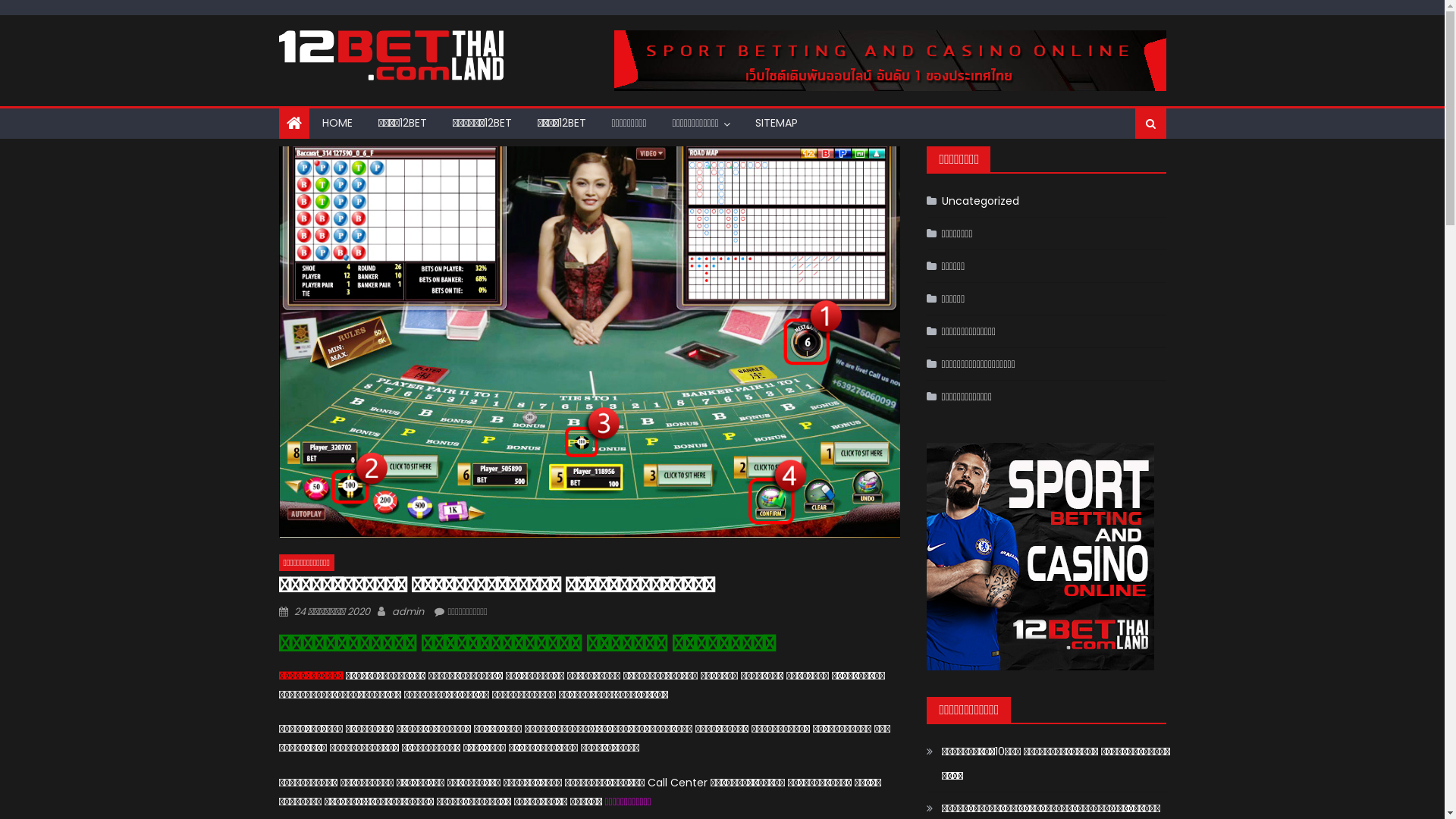 The height and width of the screenshot is (819, 1456). Describe the element at coordinates (972, 200) in the screenshot. I see `'Uncategorized'` at that location.